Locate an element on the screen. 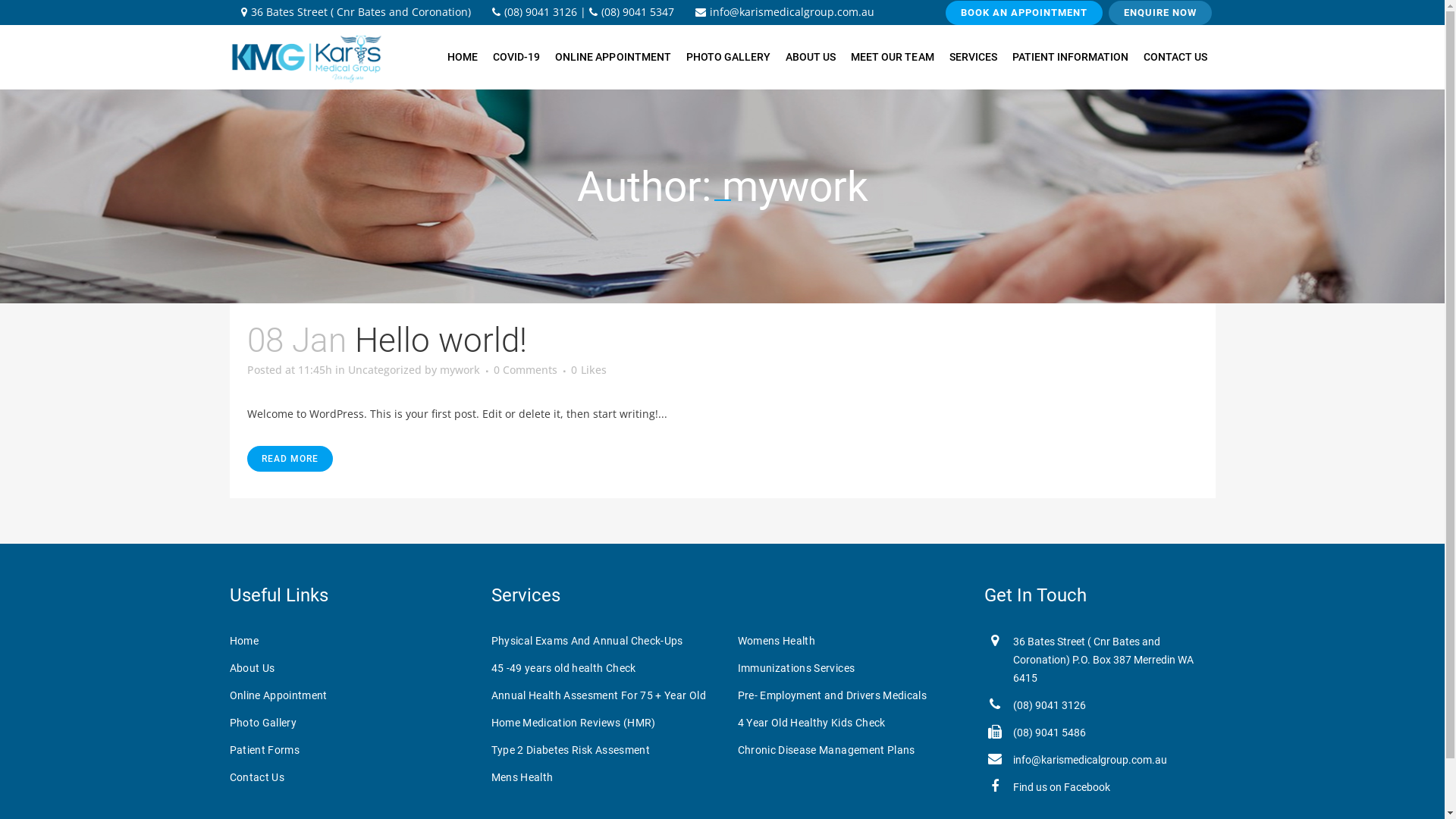 Image resolution: width=1456 pixels, height=819 pixels. 'PATIENT INFORMATION' is located at coordinates (1069, 56).